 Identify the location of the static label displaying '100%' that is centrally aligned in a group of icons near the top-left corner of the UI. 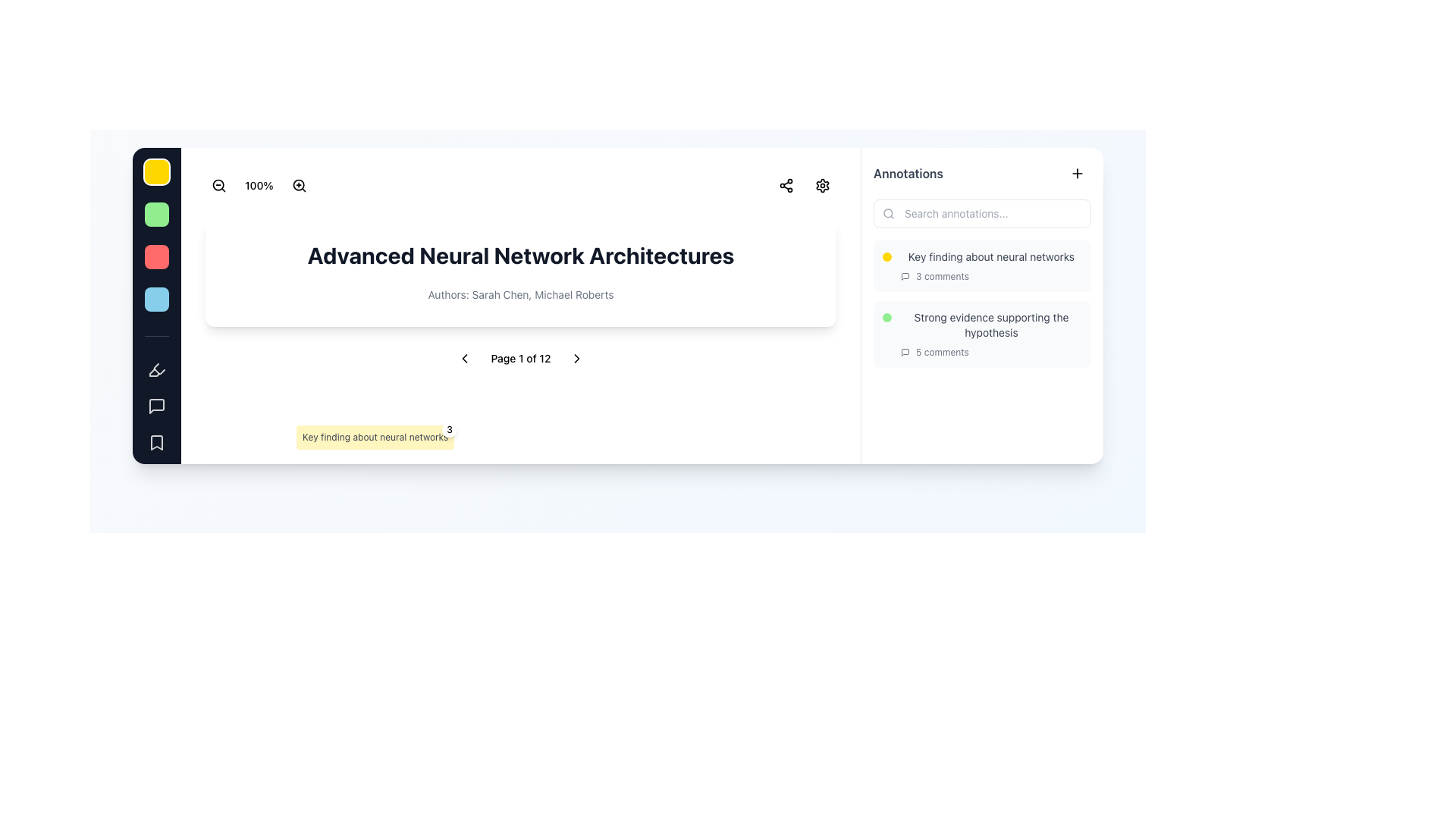
(259, 185).